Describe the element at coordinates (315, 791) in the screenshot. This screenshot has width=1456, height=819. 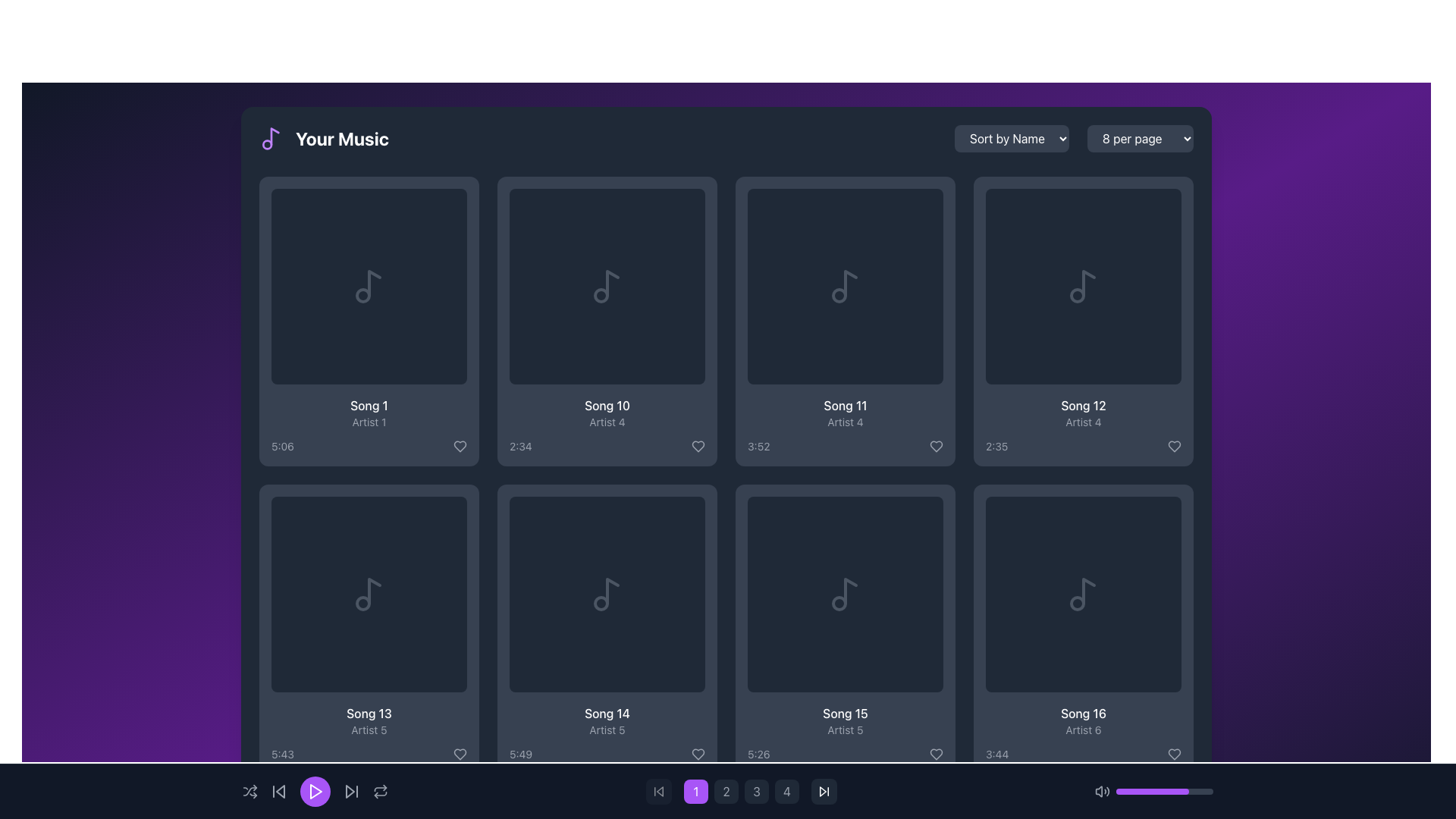
I see `the 'Play' button located centrally in the bottom playback control bar` at that location.